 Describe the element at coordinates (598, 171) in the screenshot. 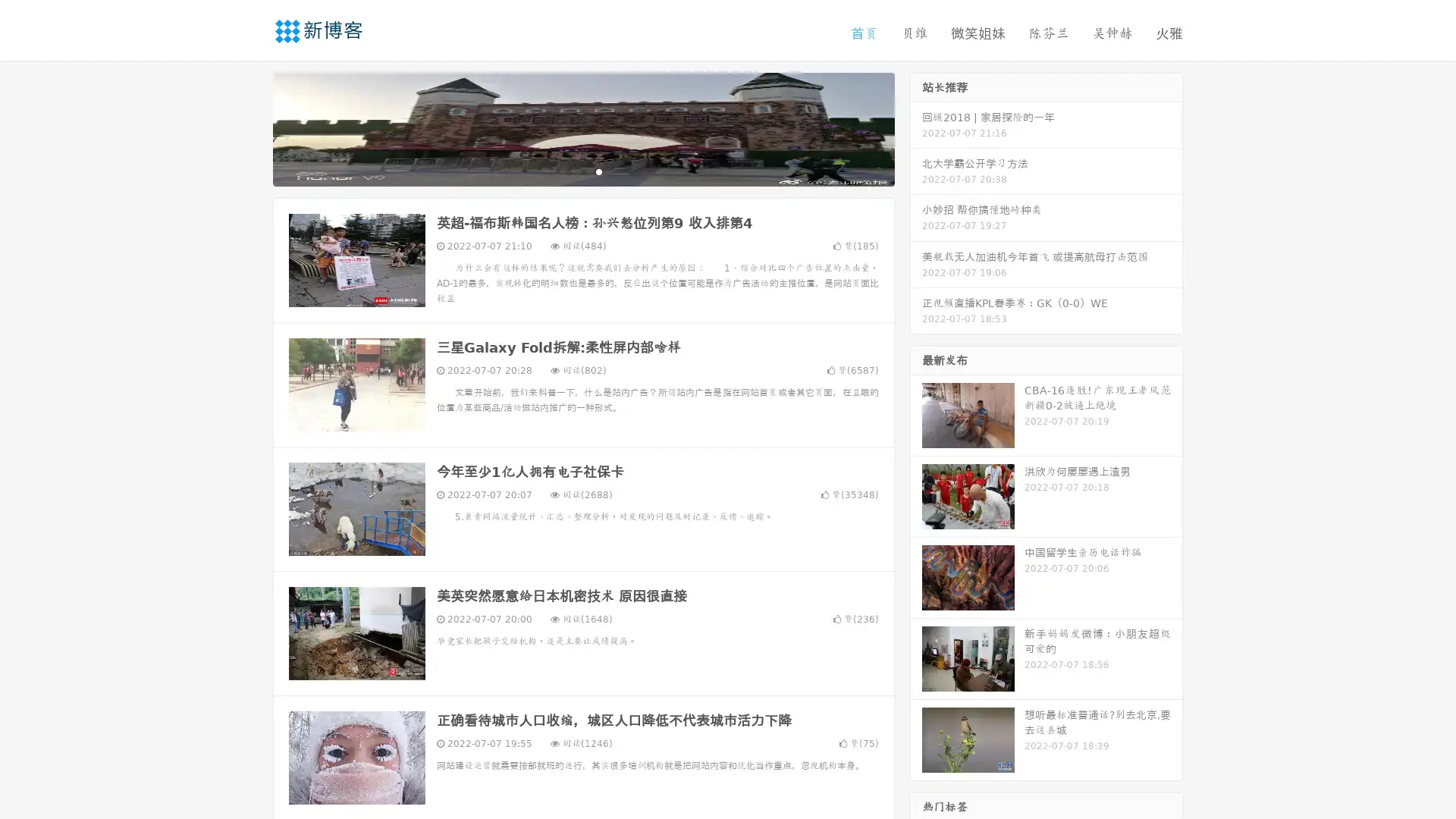

I see `Go to slide 3` at that location.